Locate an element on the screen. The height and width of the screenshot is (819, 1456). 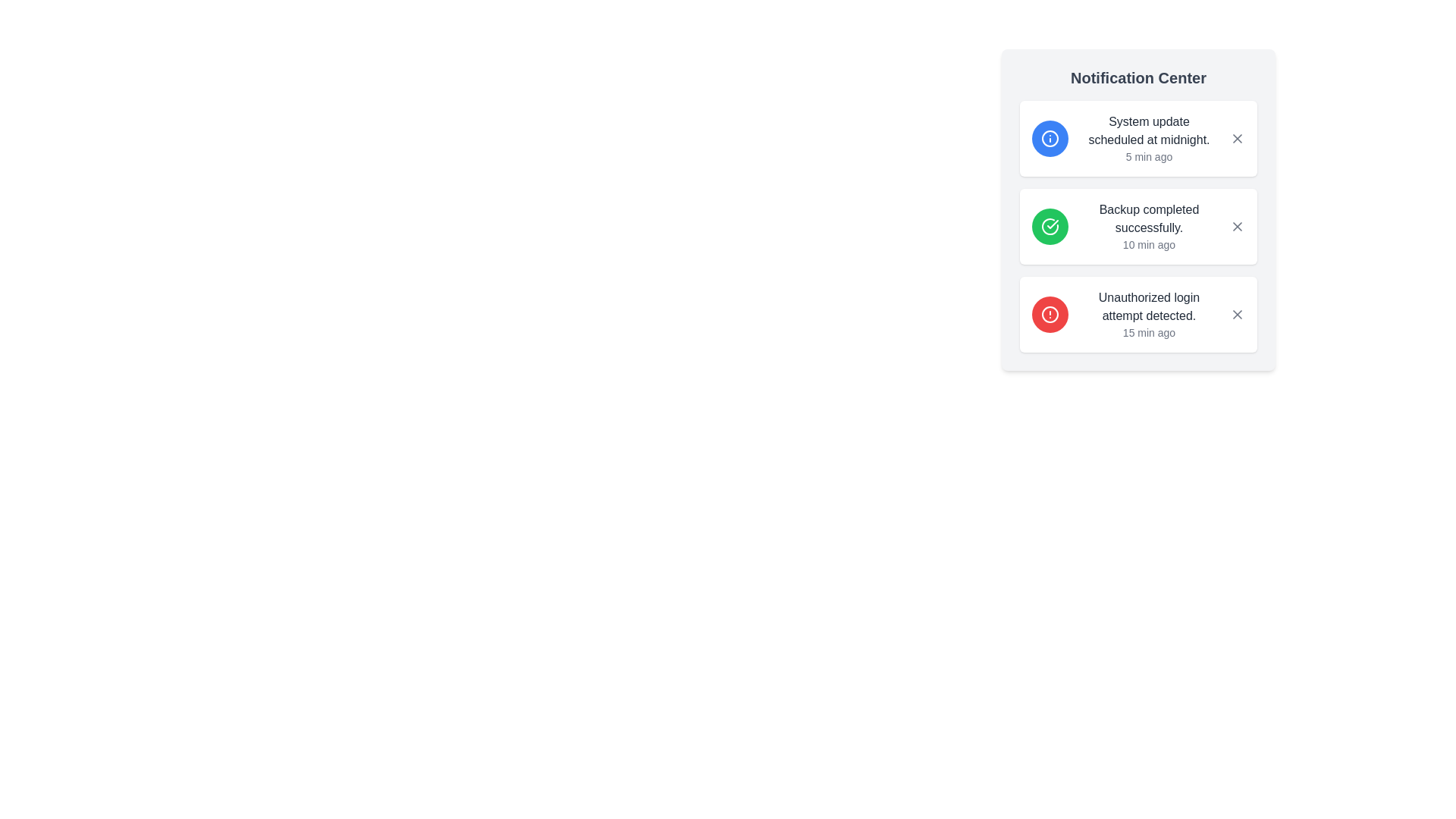
text label displaying the message 'Backup completed successfully.' located in the second notification card of the 'Notification Center' section, positioned below the green checkmark icon and above the timestamp '10 min ago' is located at coordinates (1149, 219).